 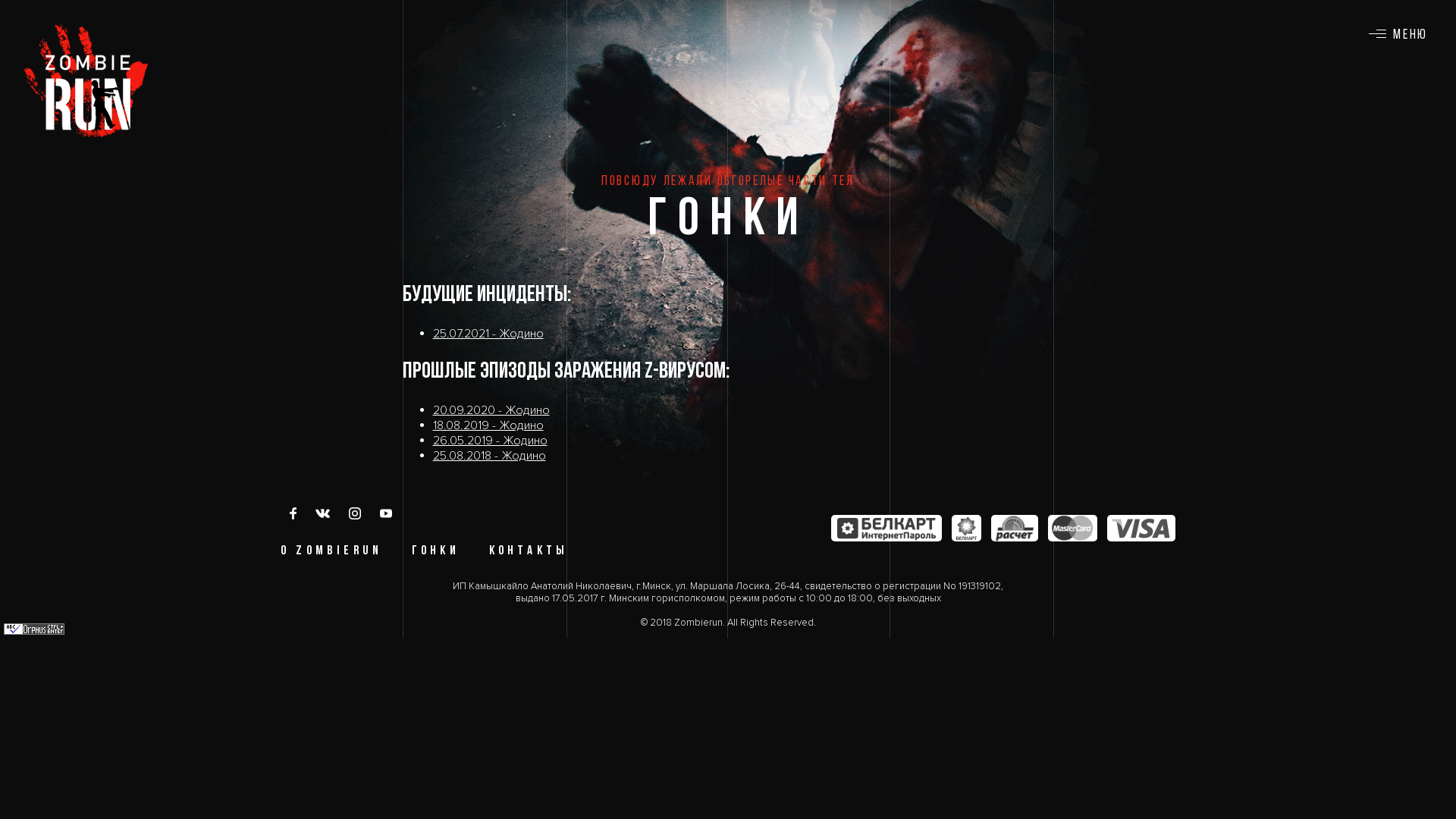 What do you see at coordinates (85, 80) in the screenshot?
I see `'ZOMBIE RUN'` at bounding box center [85, 80].